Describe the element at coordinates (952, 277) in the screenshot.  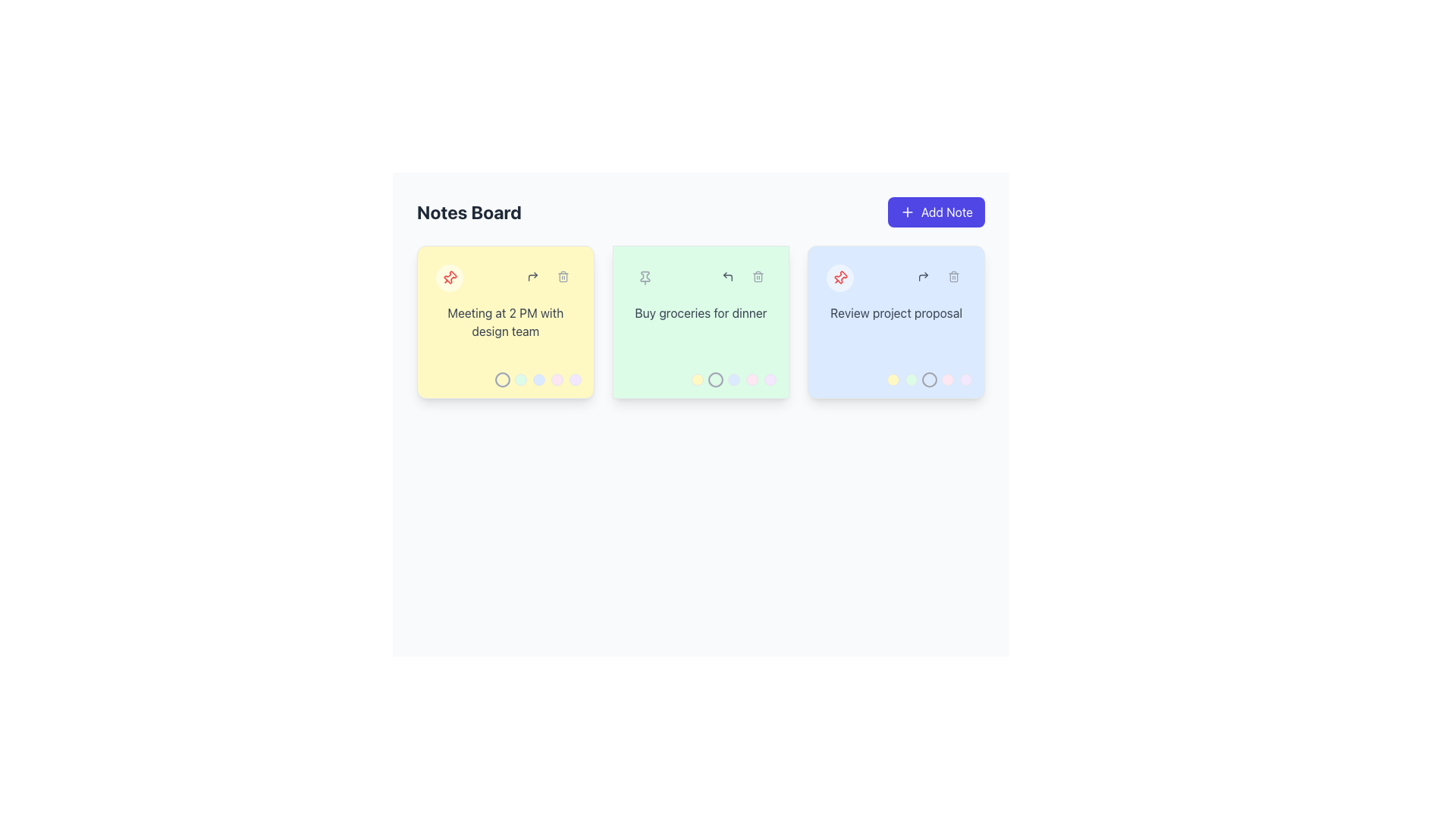
I see `the trash can icon located in the top-right corner of the blue note card titled 'Review project proposal' to activate its hover style` at that location.